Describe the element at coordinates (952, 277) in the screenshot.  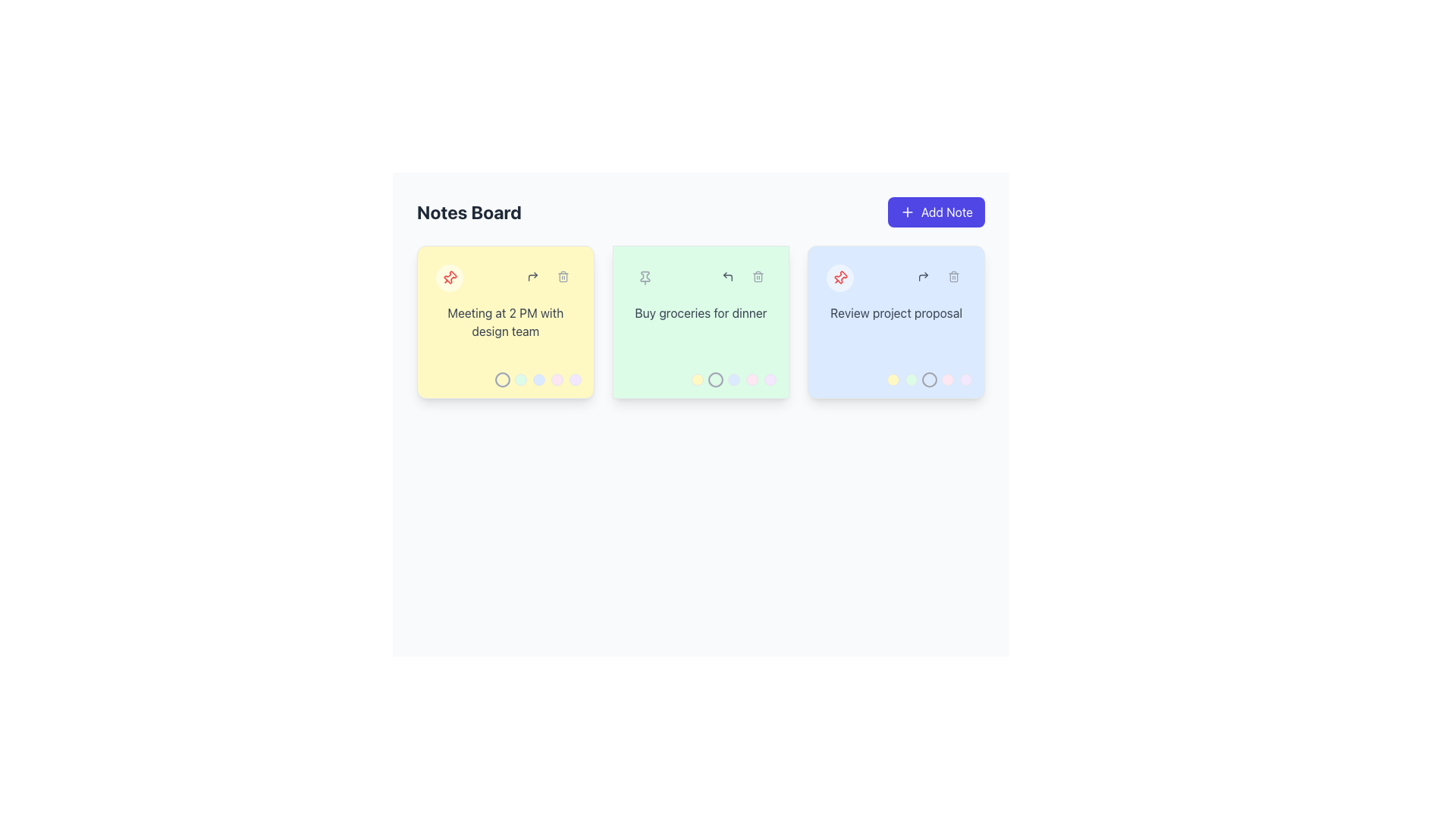
I see `the trash can icon located in the top-right corner of the blue note card titled 'Review project proposal' to activate its hover style` at that location.